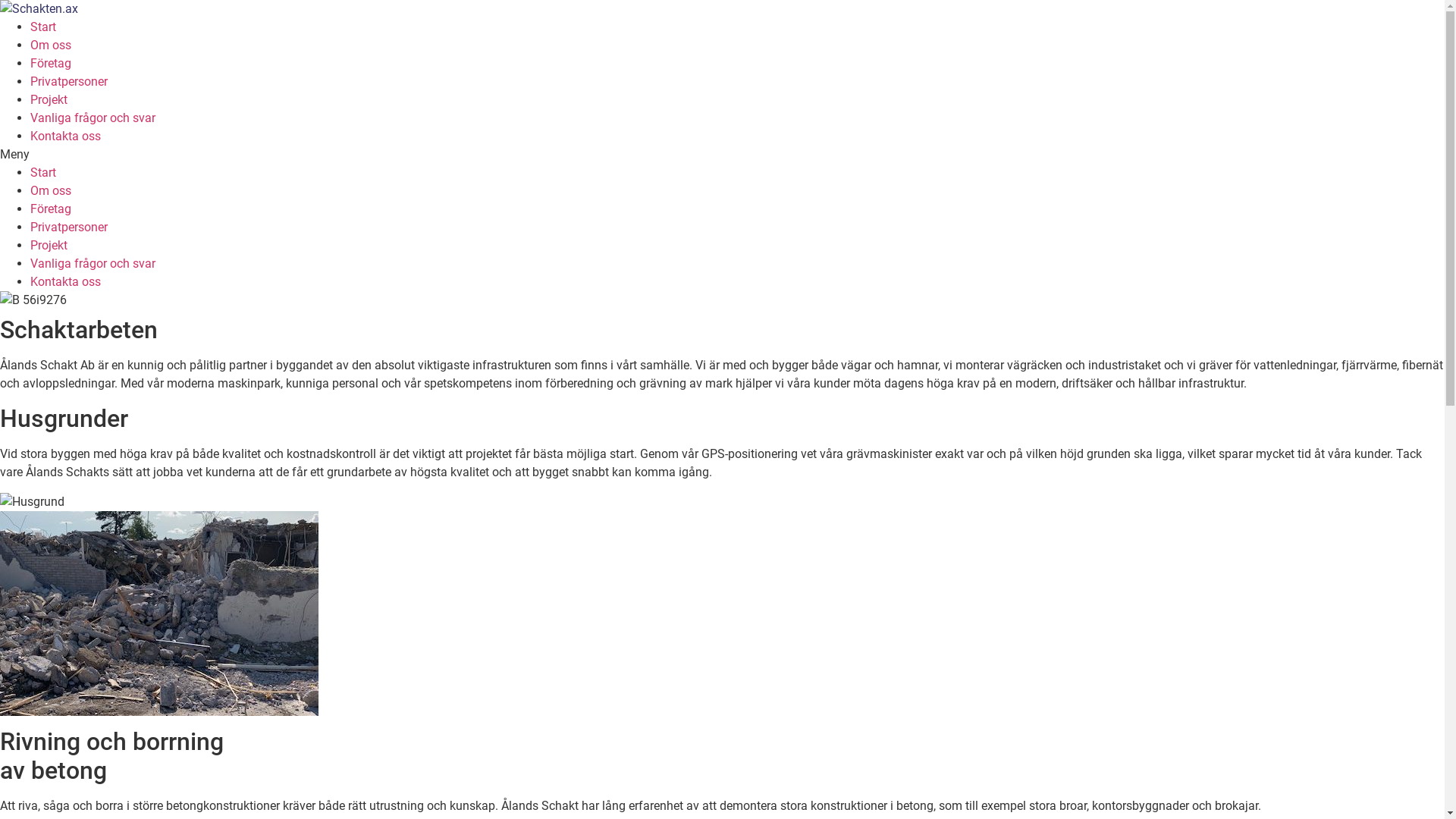  I want to click on 'Kontakta oss', so click(30, 135).